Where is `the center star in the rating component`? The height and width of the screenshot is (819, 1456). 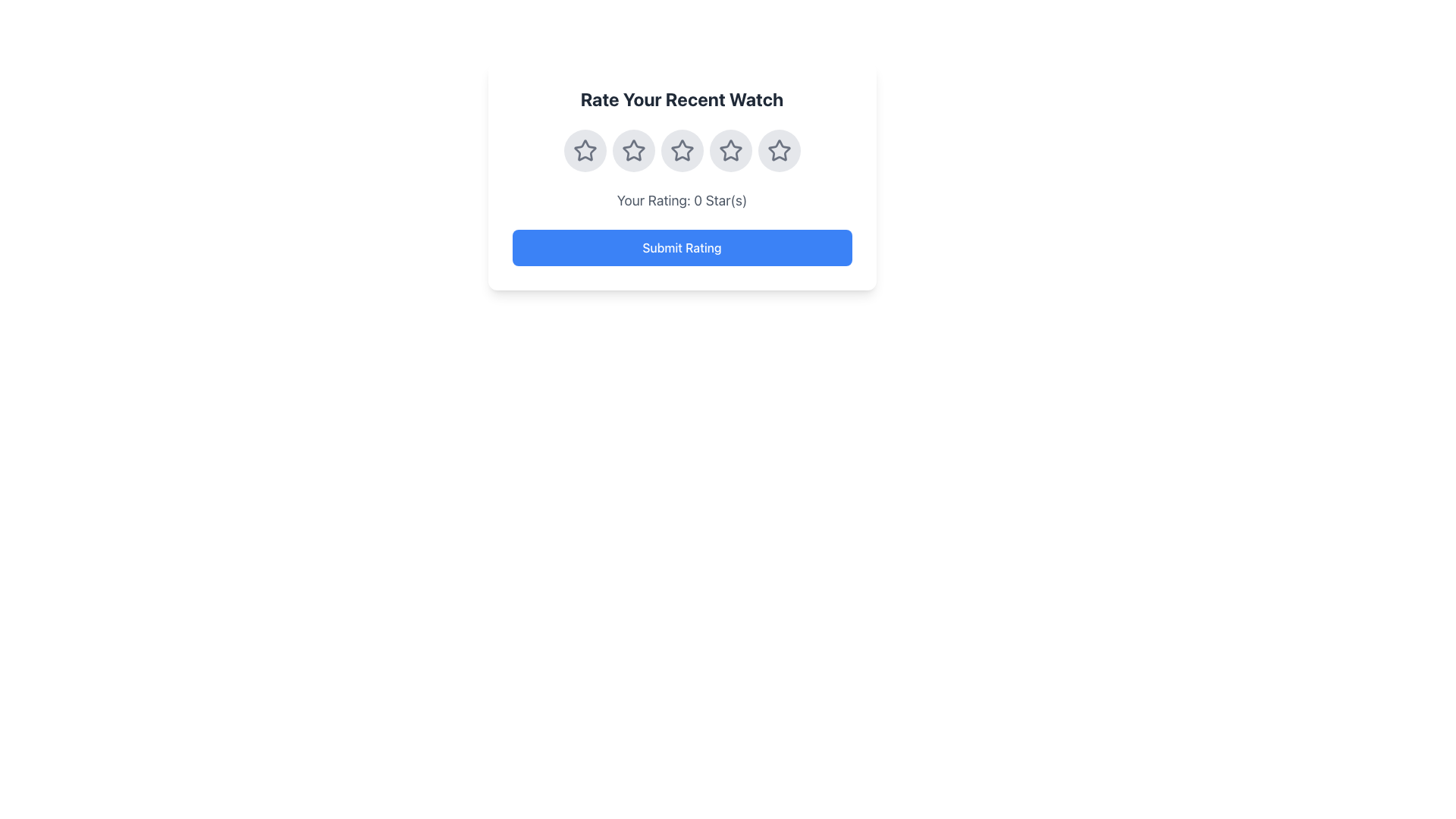 the center star in the rating component is located at coordinates (681, 151).